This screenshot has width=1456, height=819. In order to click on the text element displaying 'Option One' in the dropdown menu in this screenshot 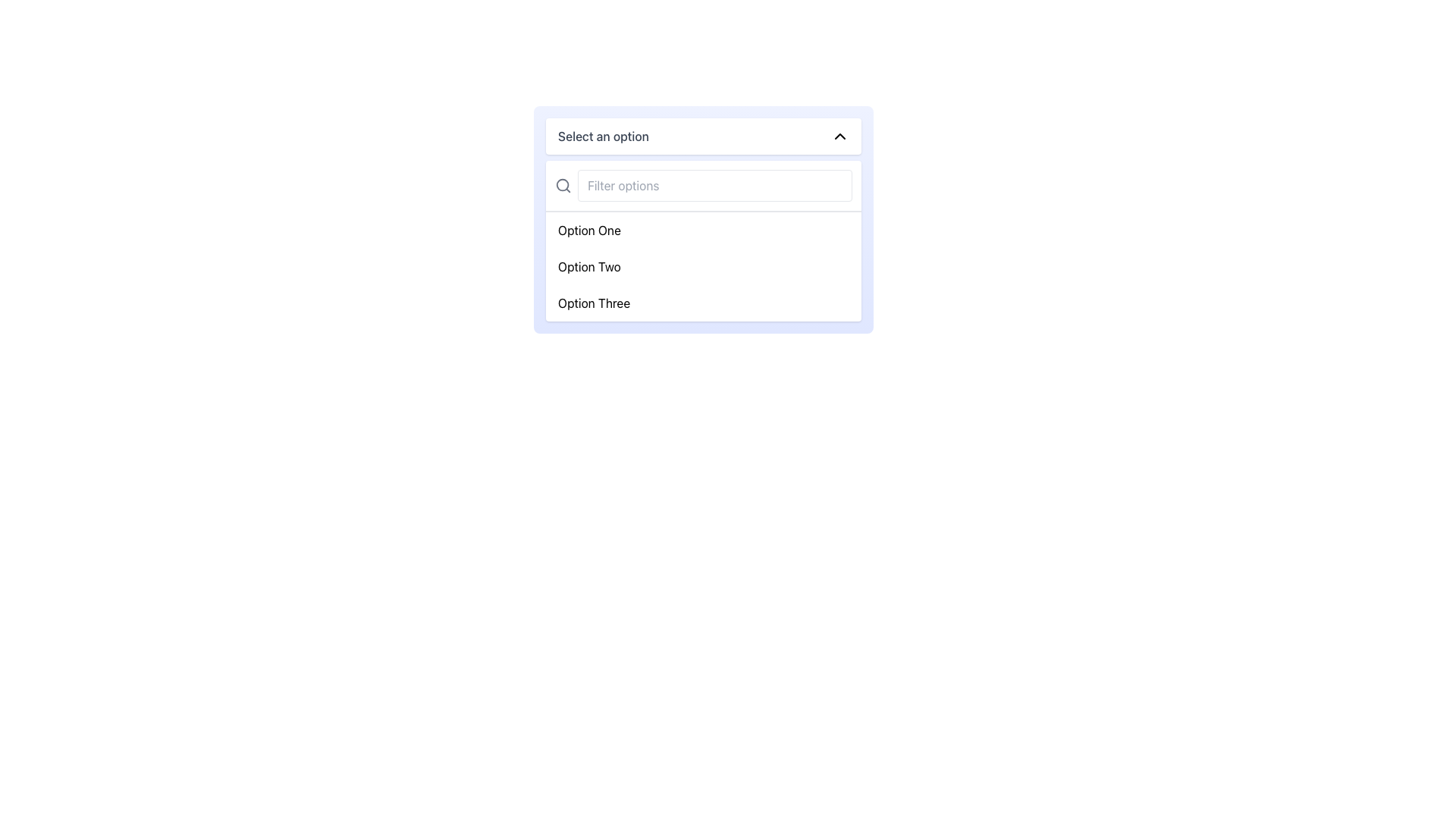, I will do `click(588, 231)`.